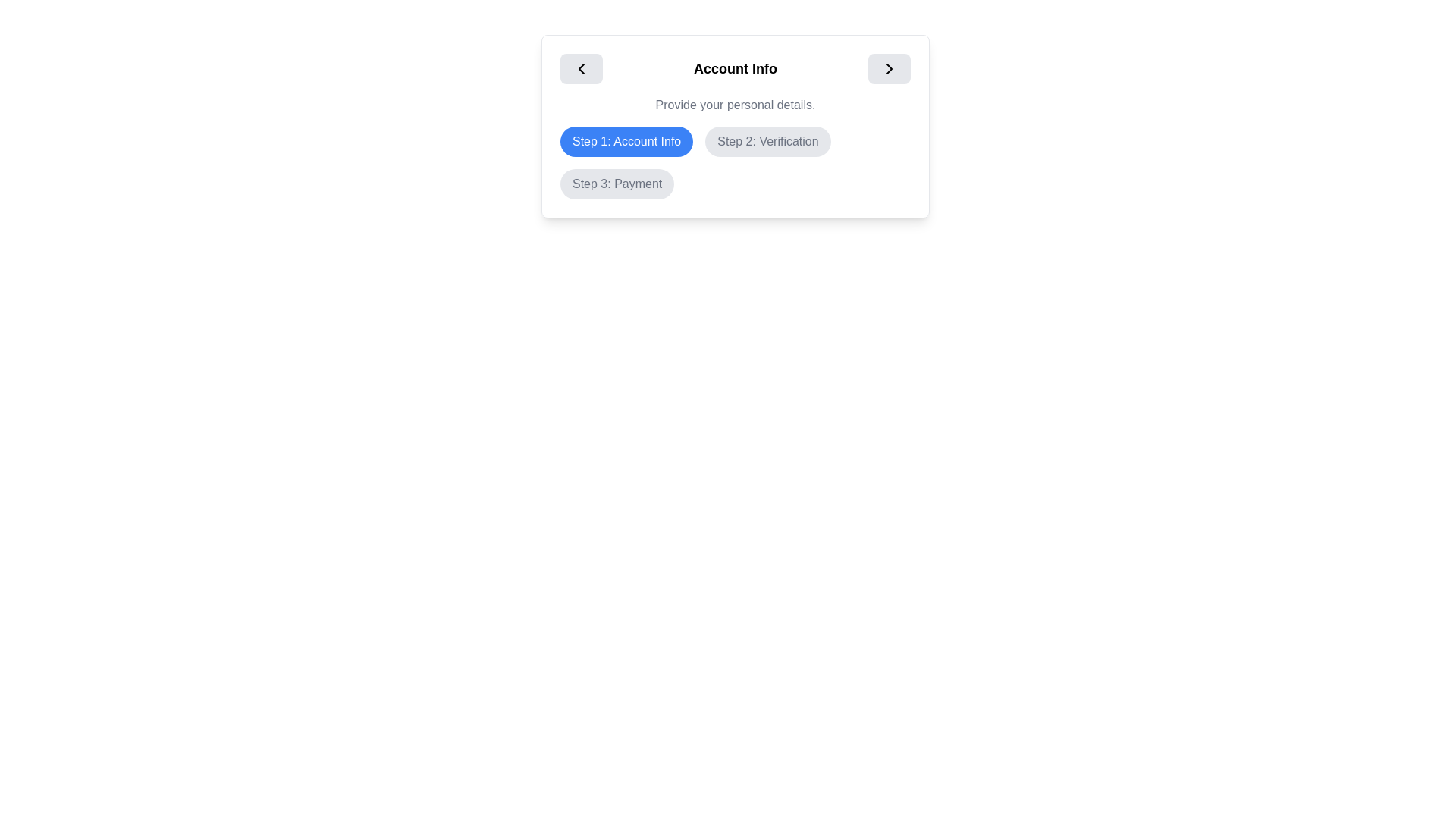  What do you see at coordinates (889, 69) in the screenshot?
I see `the forward navigation icon located at the upper-right corner of the card button` at bounding box center [889, 69].